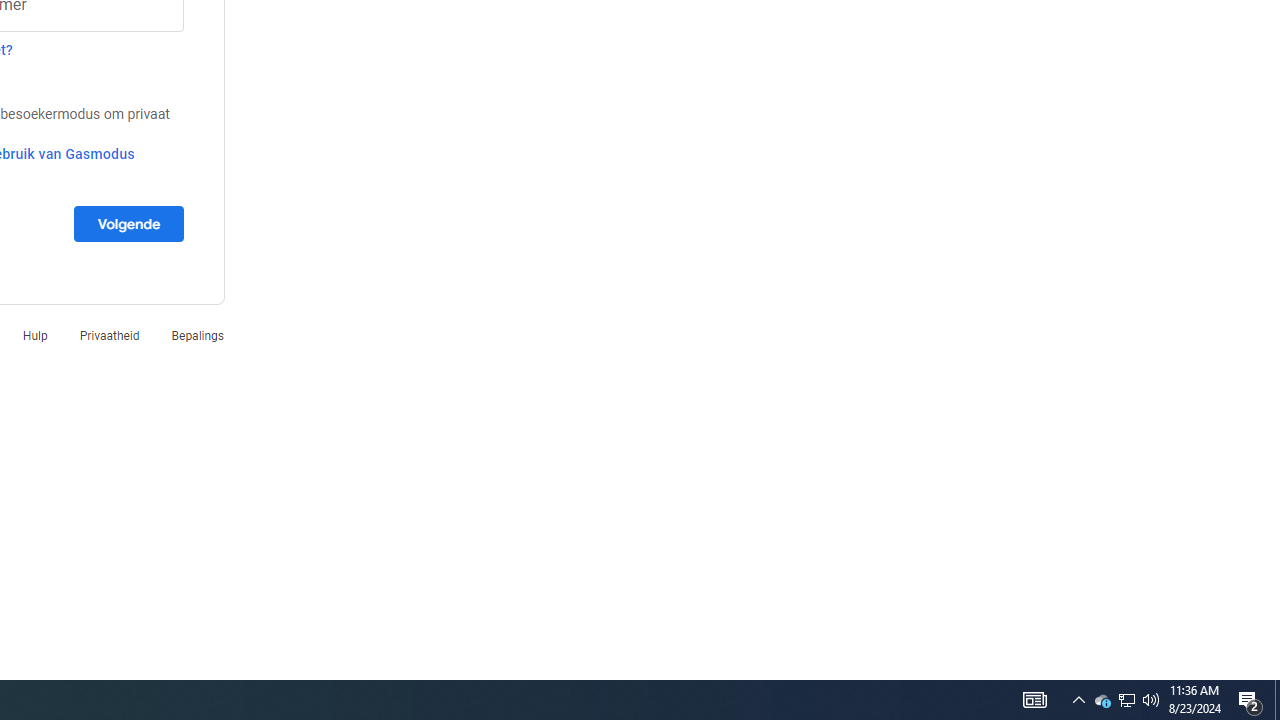 The width and height of the screenshot is (1280, 720). Describe the element at coordinates (35, 334) in the screenshot. I see `'Hulp'` at that location.